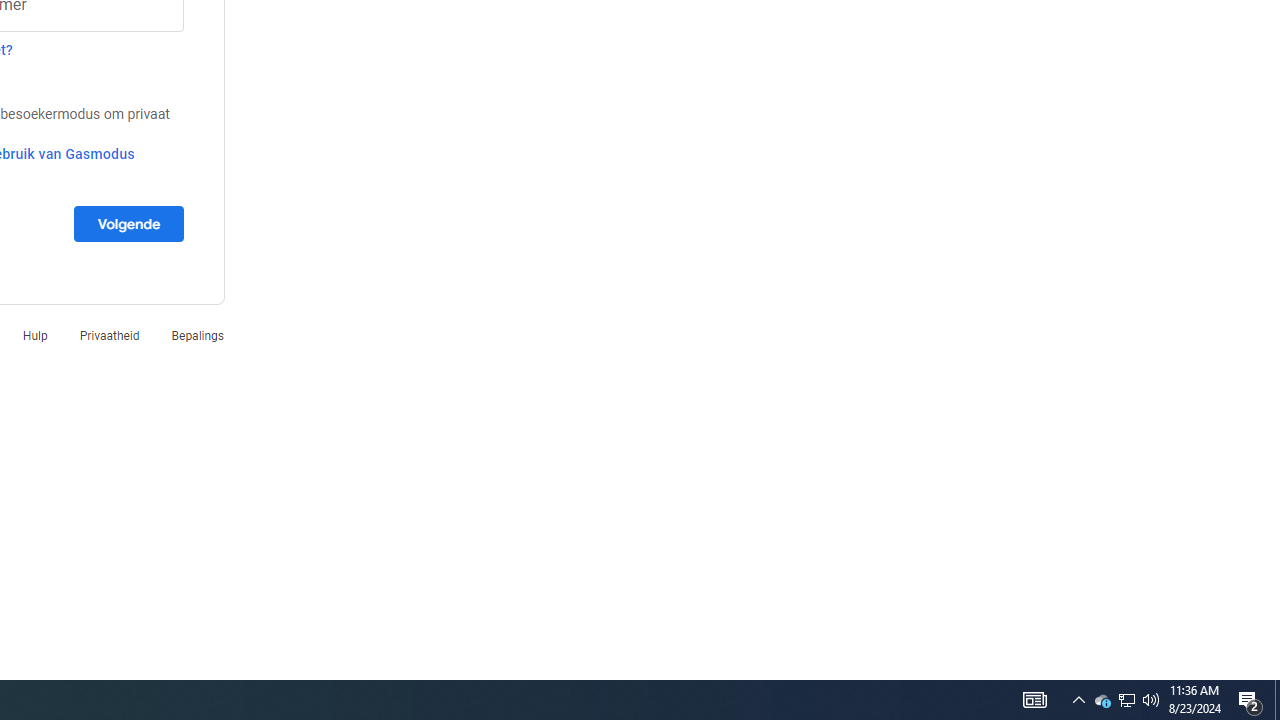 The width and height of the screenshot is (1280, 720). Describe the element at coordinates (35, 334) in the screenshot. I see `'Hulp'` at that location.